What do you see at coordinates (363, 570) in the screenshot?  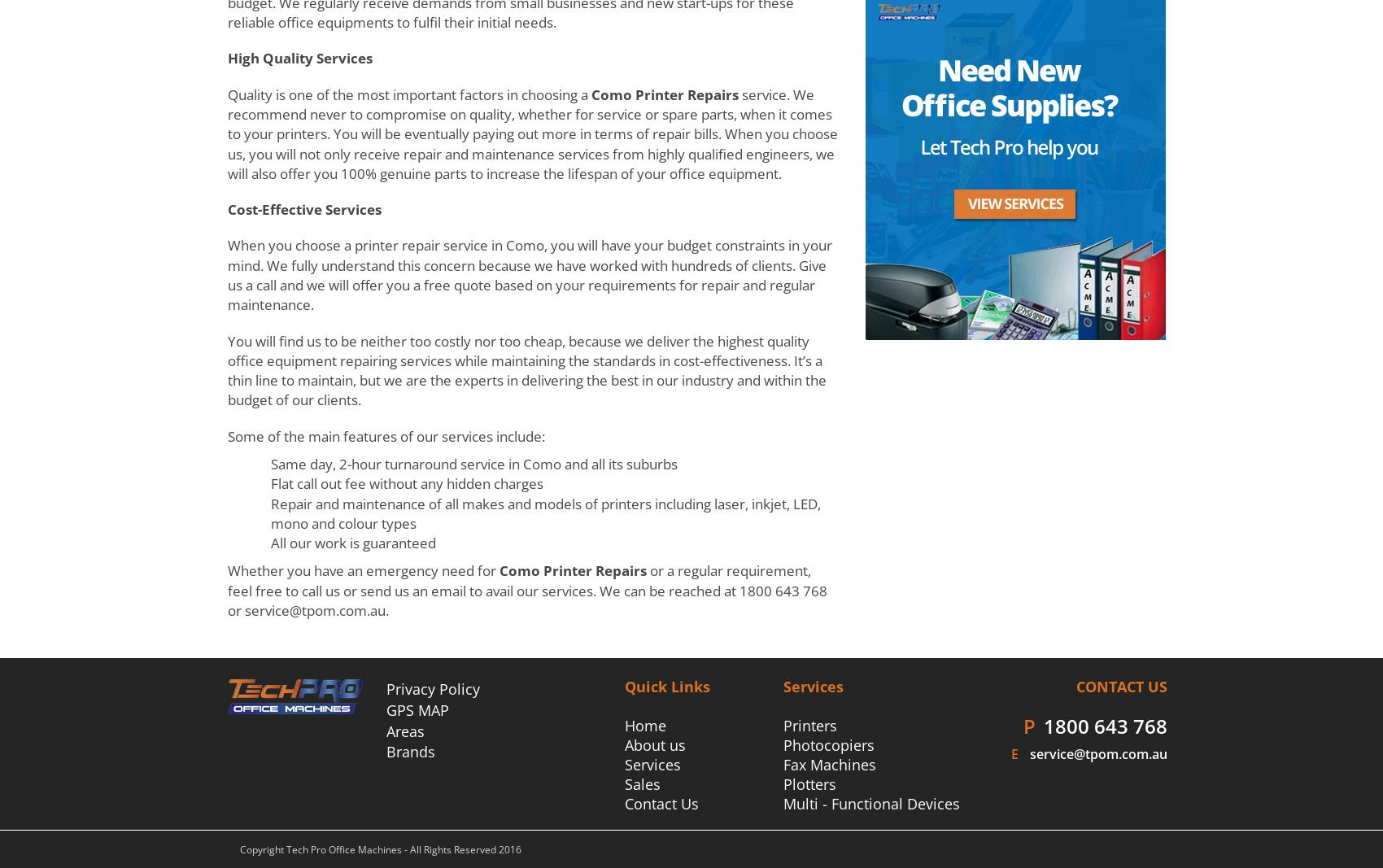 I see `'Whether you have an emergency need for'` at bounding box center [363, 570].